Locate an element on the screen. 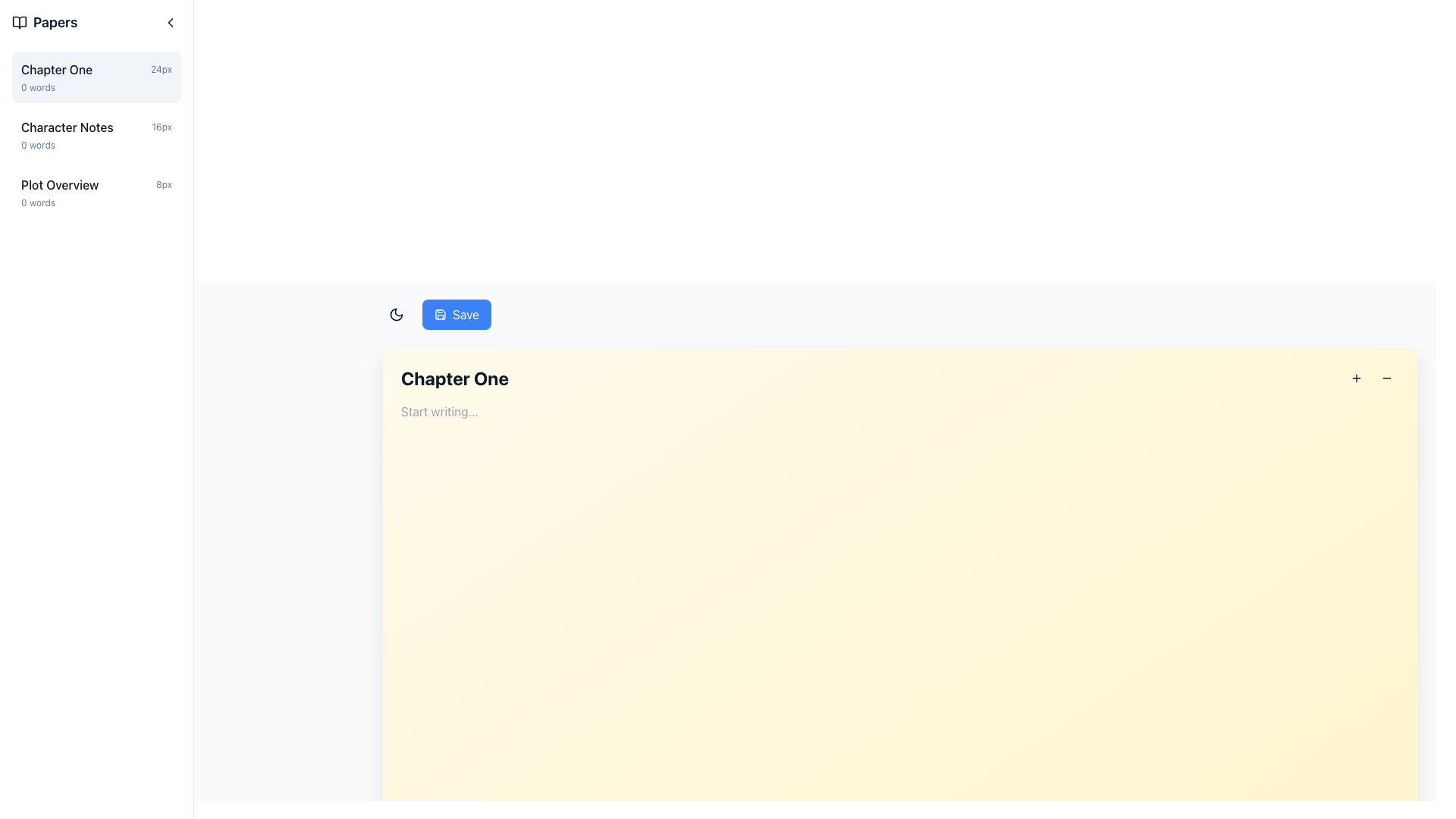 This screenshot has width=1456, height=819. the 'Character Notes' text label located in the left sidebar is located at coordinates (66, 127).